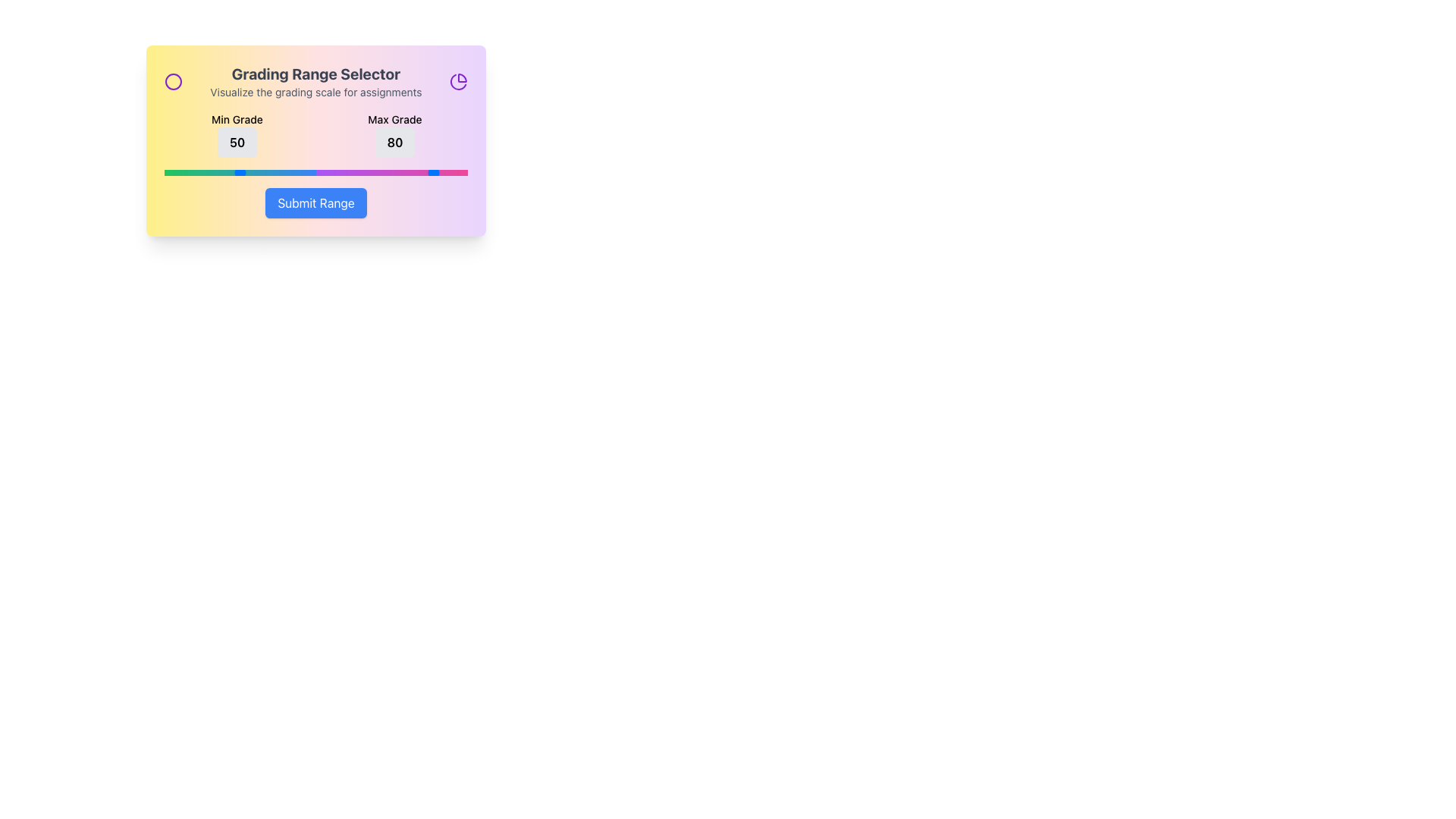  What do you see at coordinates (227, 171) in the screenshot?
I see `the slider value` at bounding box center [227, 171].